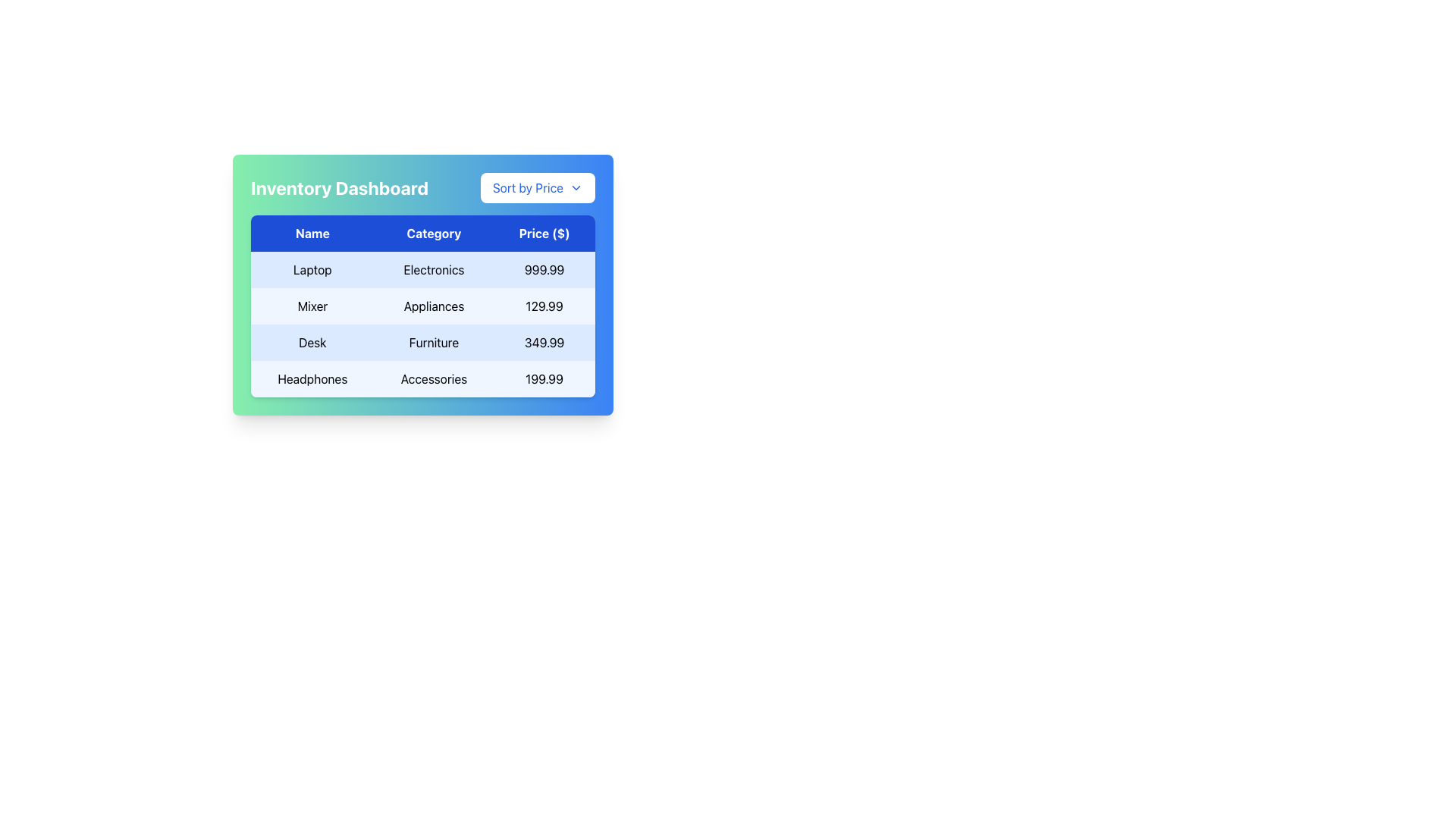 Image resolution: width=1456 pixels, height=819 pixels. Describe the element at coordinates (422, 324) in the screenshot. I see `the second row in the data table displaying information about a mixer, which includes 'Mixer' under 'Name', 'Appliances' under 'Category', and '129.99' under 'Price ($)'` at that location.